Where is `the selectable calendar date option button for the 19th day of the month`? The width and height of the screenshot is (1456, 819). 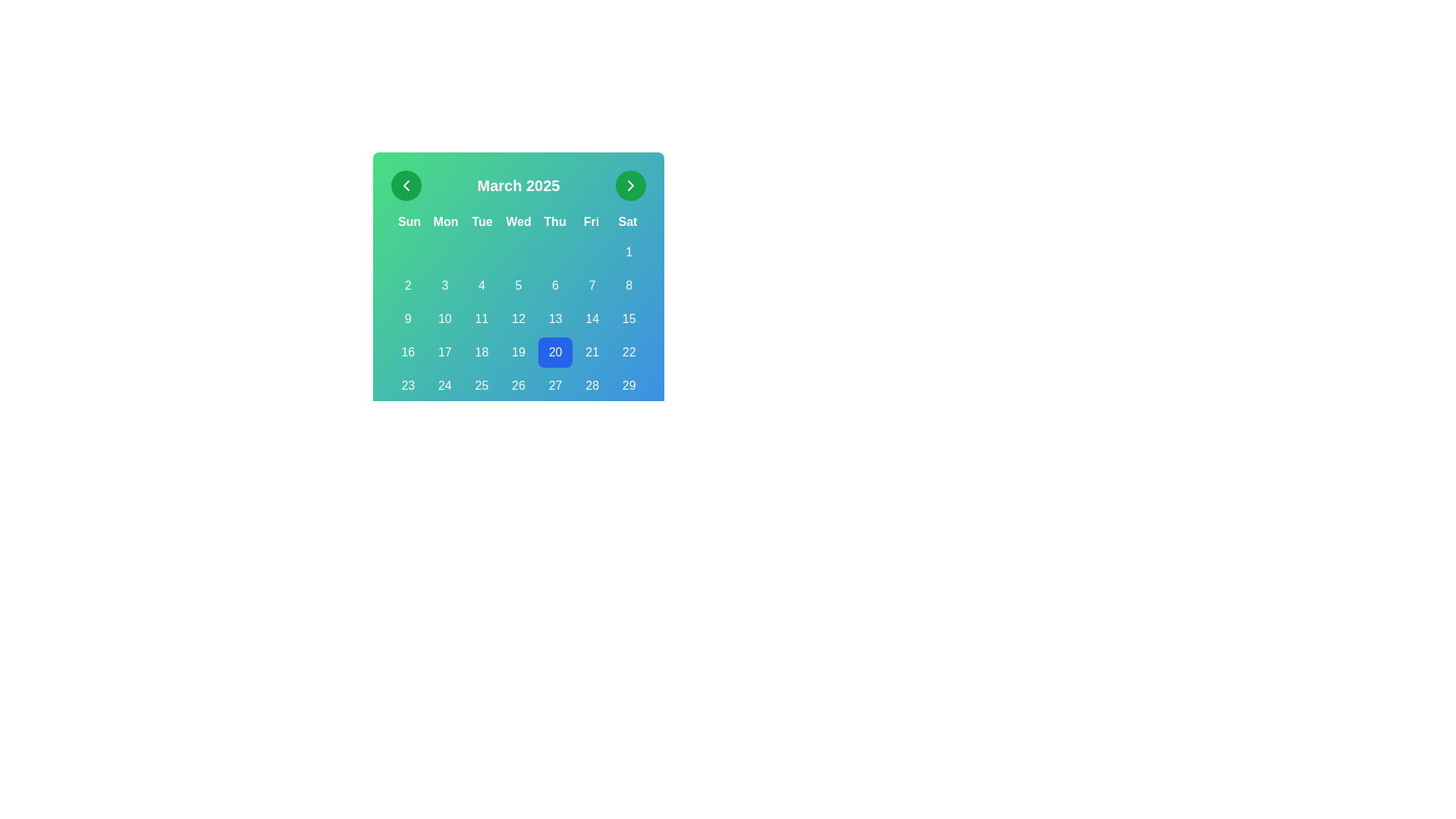 the selectable calendar date option button for the 19th day of the month is located at coordinates (518, 353).